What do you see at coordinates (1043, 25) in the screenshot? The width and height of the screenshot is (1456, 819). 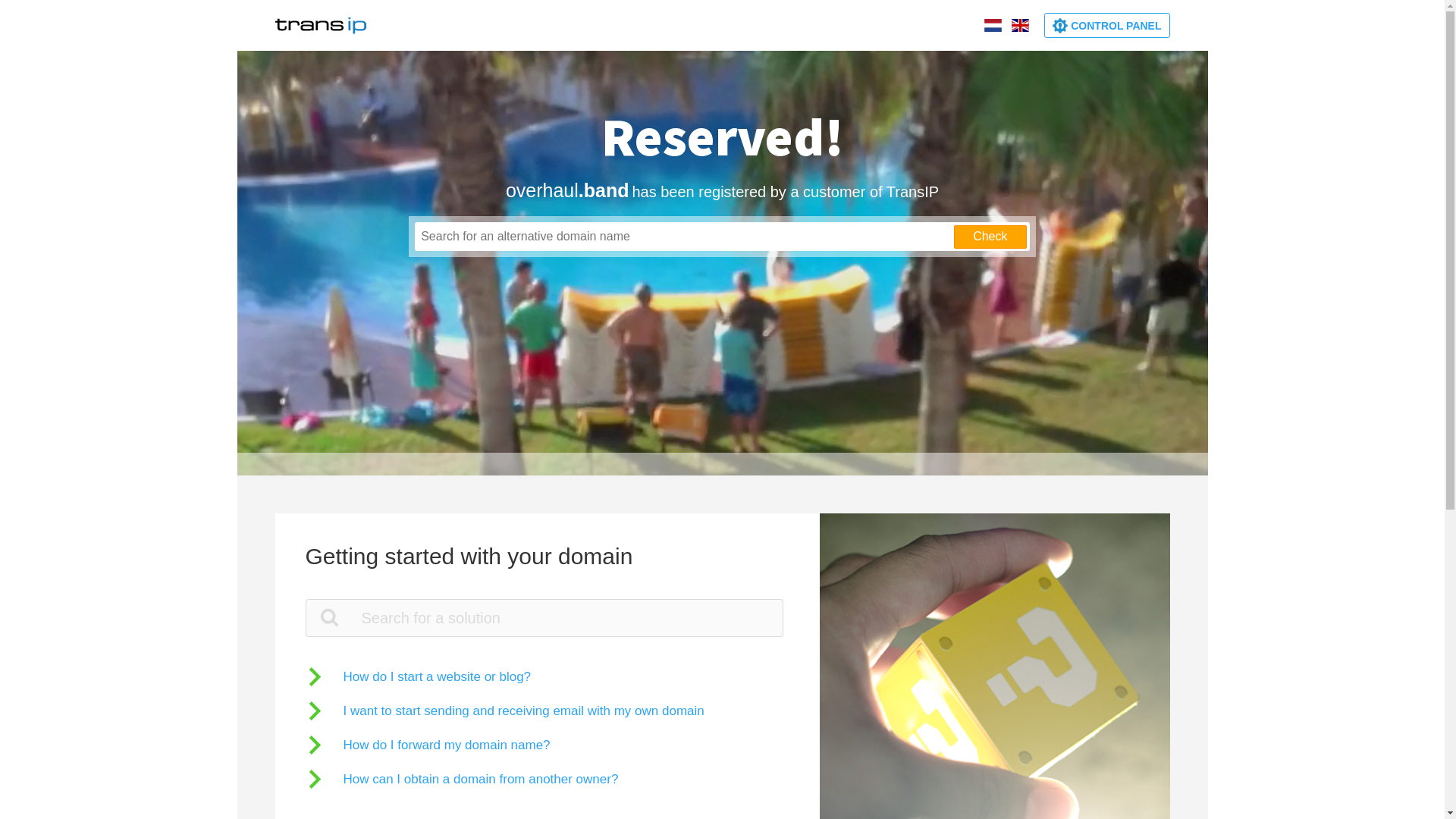 I see `'CONTROL PANEL'` at bounding box center [1043, 25].